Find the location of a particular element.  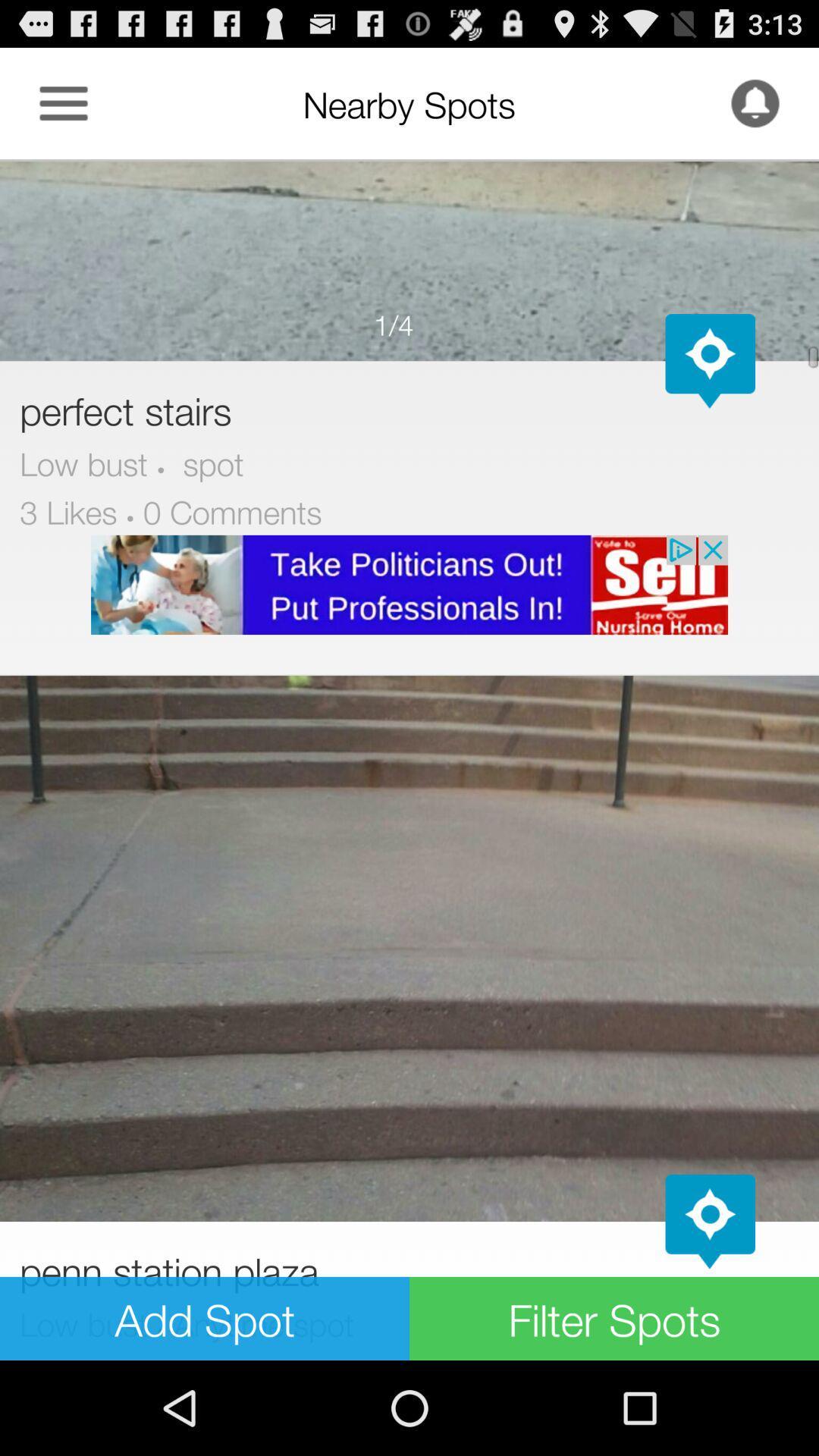

click on this advertisement is located at coordinates (409, 584).